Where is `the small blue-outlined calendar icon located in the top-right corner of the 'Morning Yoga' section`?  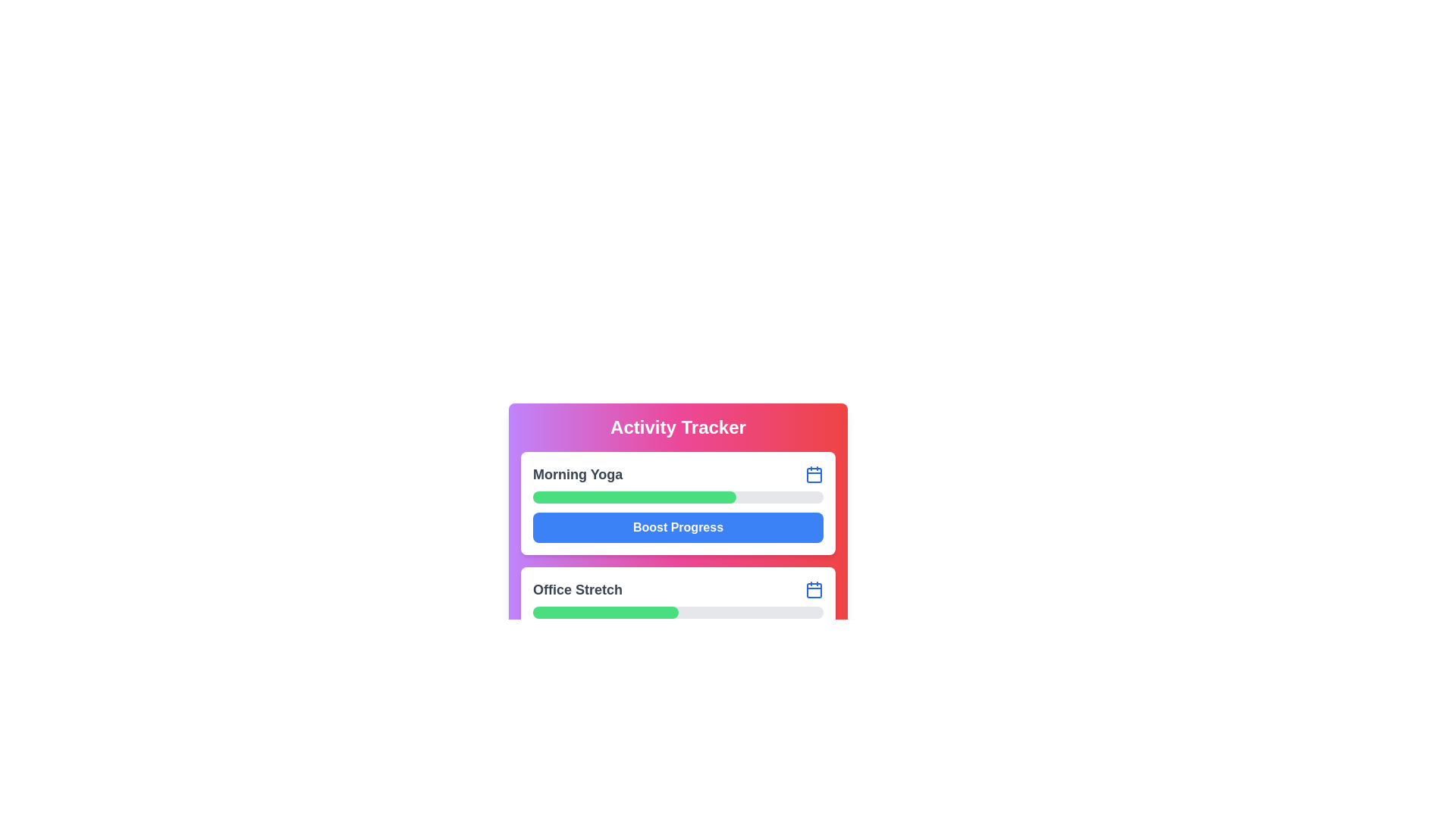
the small blue-outlined calendar icon located in the top-right corner of the 'Morning Yoga' section is located at coordinates (814, 473).